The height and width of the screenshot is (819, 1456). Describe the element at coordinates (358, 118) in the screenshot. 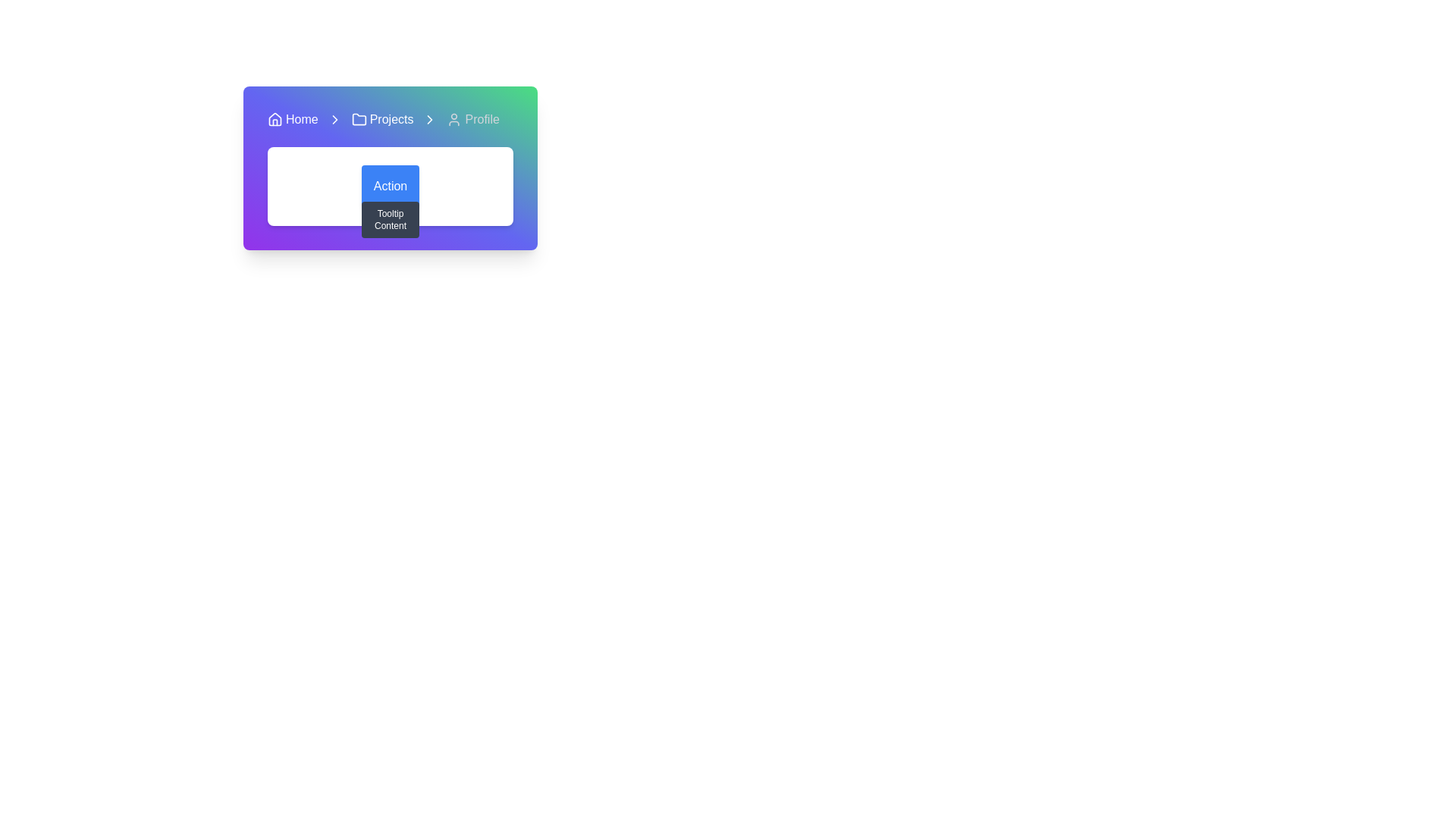

I see `the folder-shaped icon with a blue outline located in the navigation bar, immediately to the left of the 'Projects' text` at that location.